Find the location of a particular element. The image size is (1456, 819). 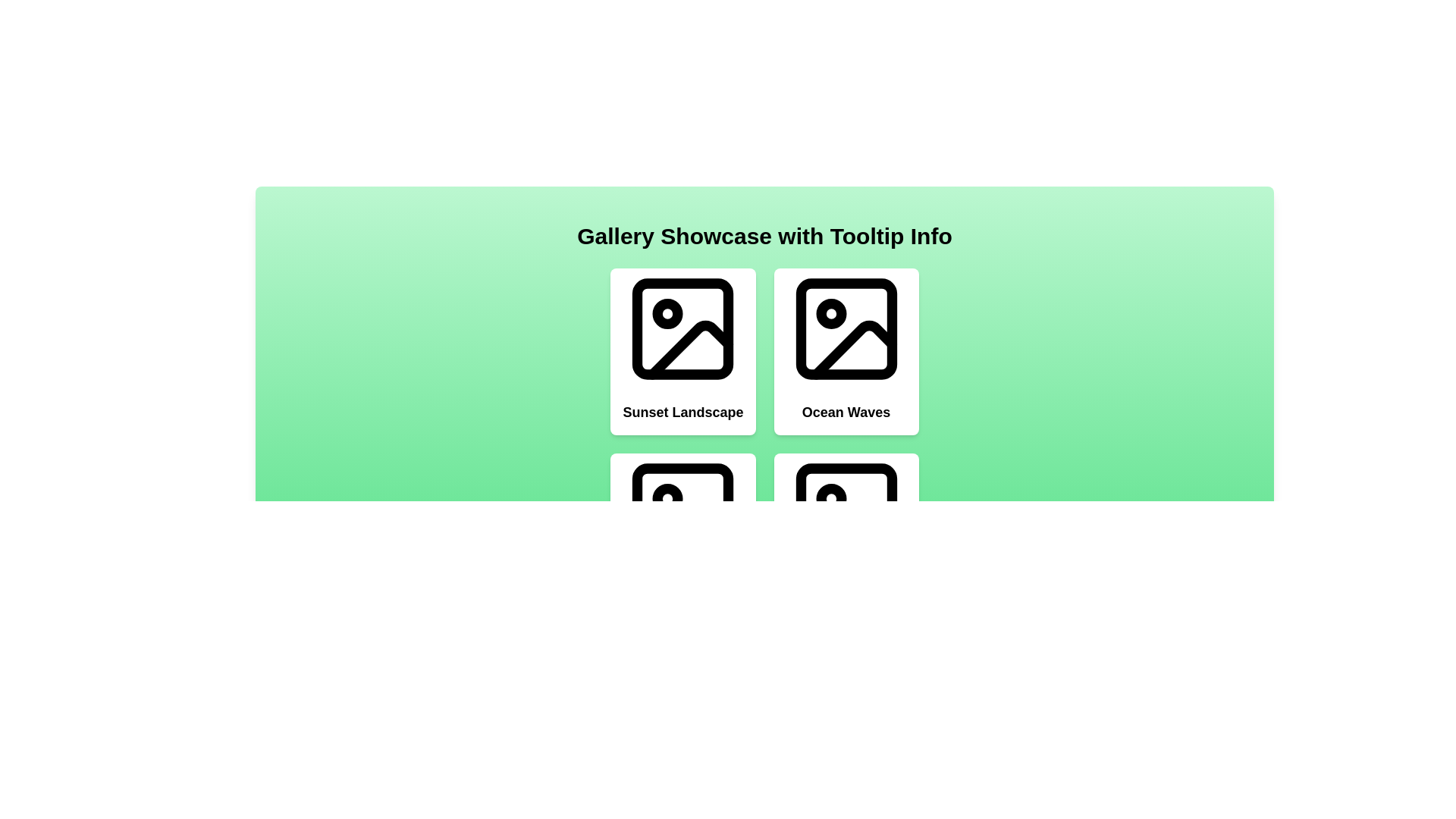

the small circular graphic with a white fill and black border located in the top-left corner of the picture frame icon within the first card of the gallery grid layout is located at coordinates (667, 312).